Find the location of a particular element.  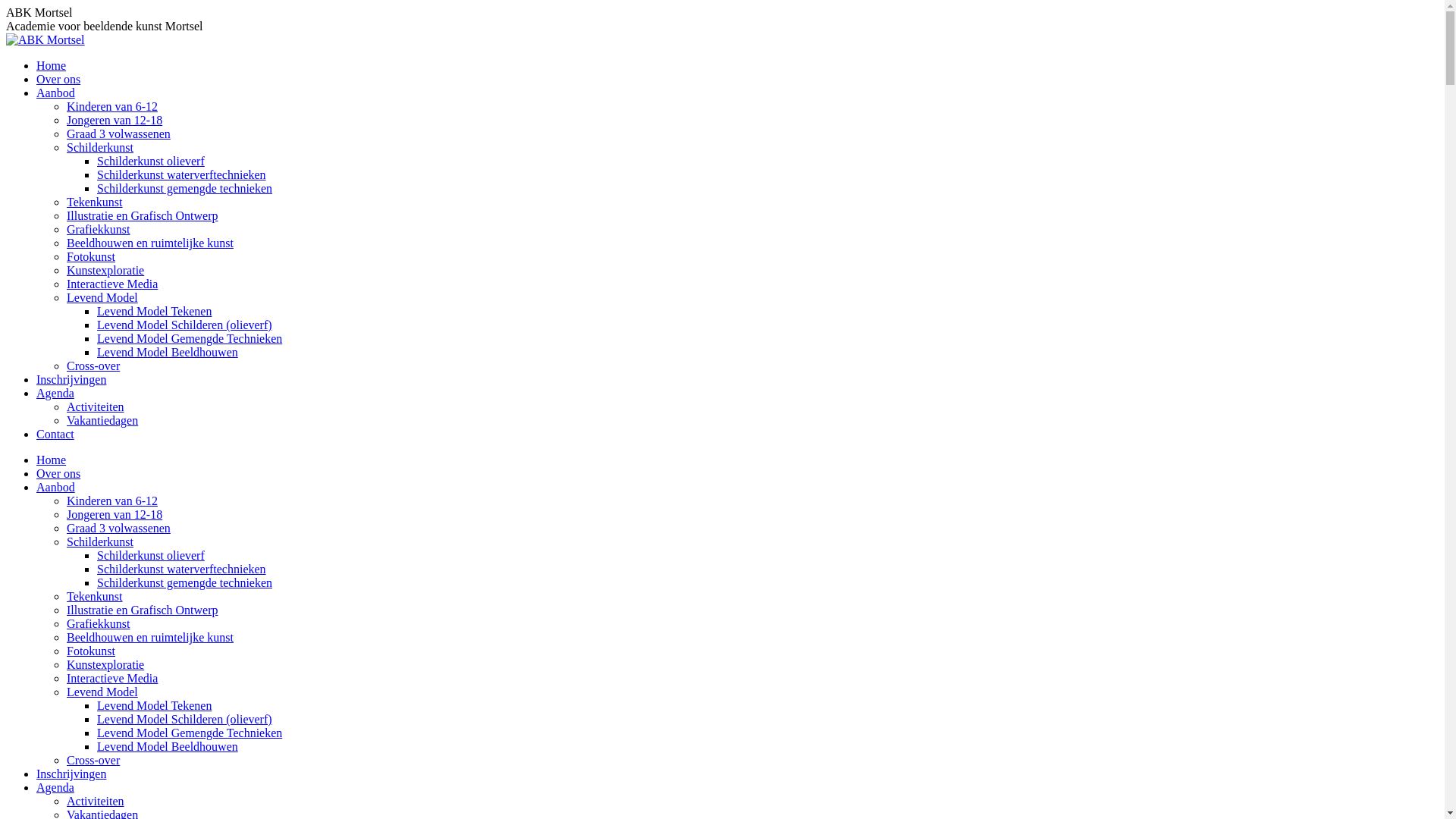

'Fotokunst' is located at coordinates (90, 650).